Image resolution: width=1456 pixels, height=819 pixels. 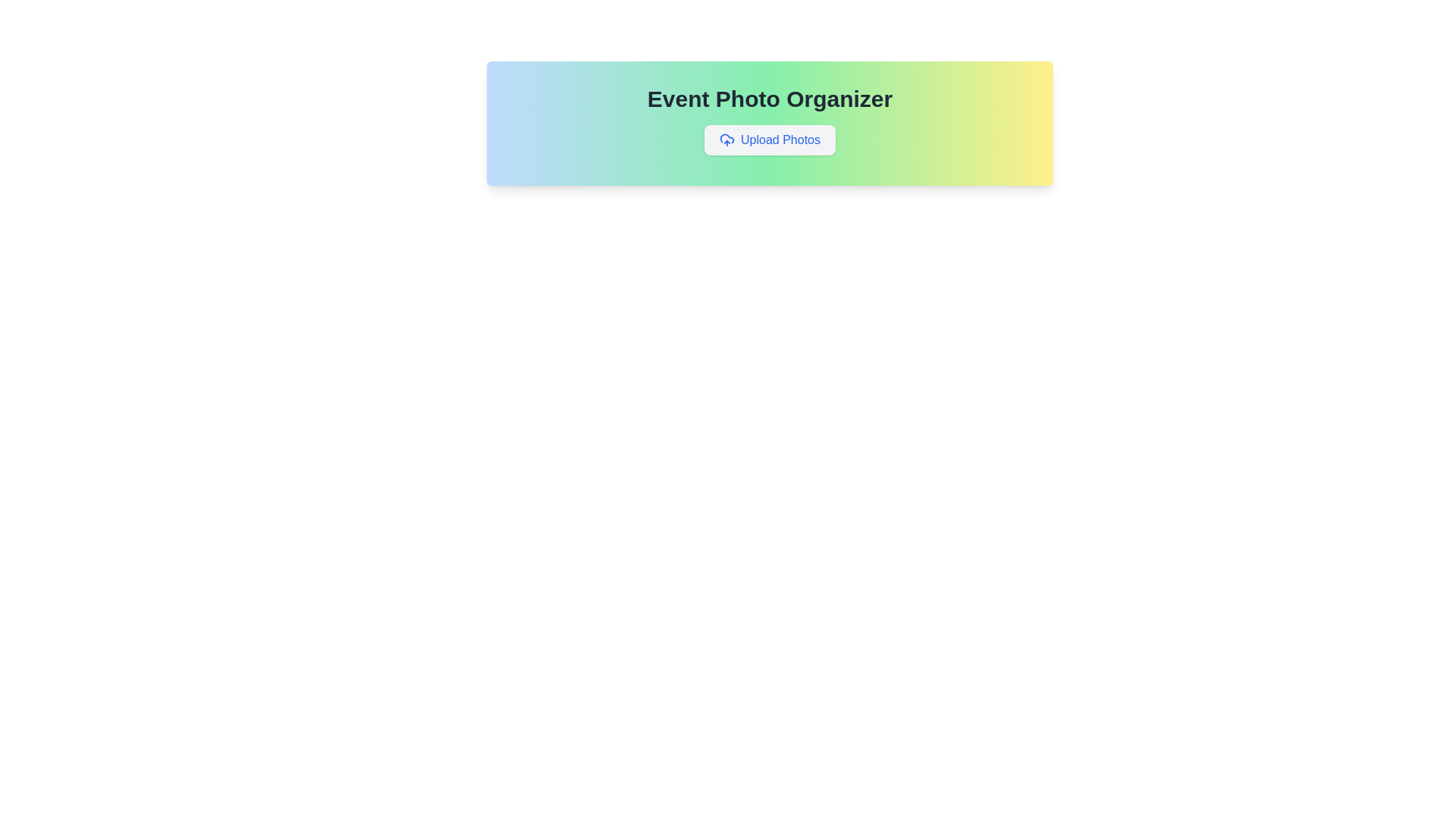 What do you see at coordinates (770, 140) in the screenshot?
I see `the blue 'Upload Photos' button with a cloud upload icon` at bounding box center [770, 140].